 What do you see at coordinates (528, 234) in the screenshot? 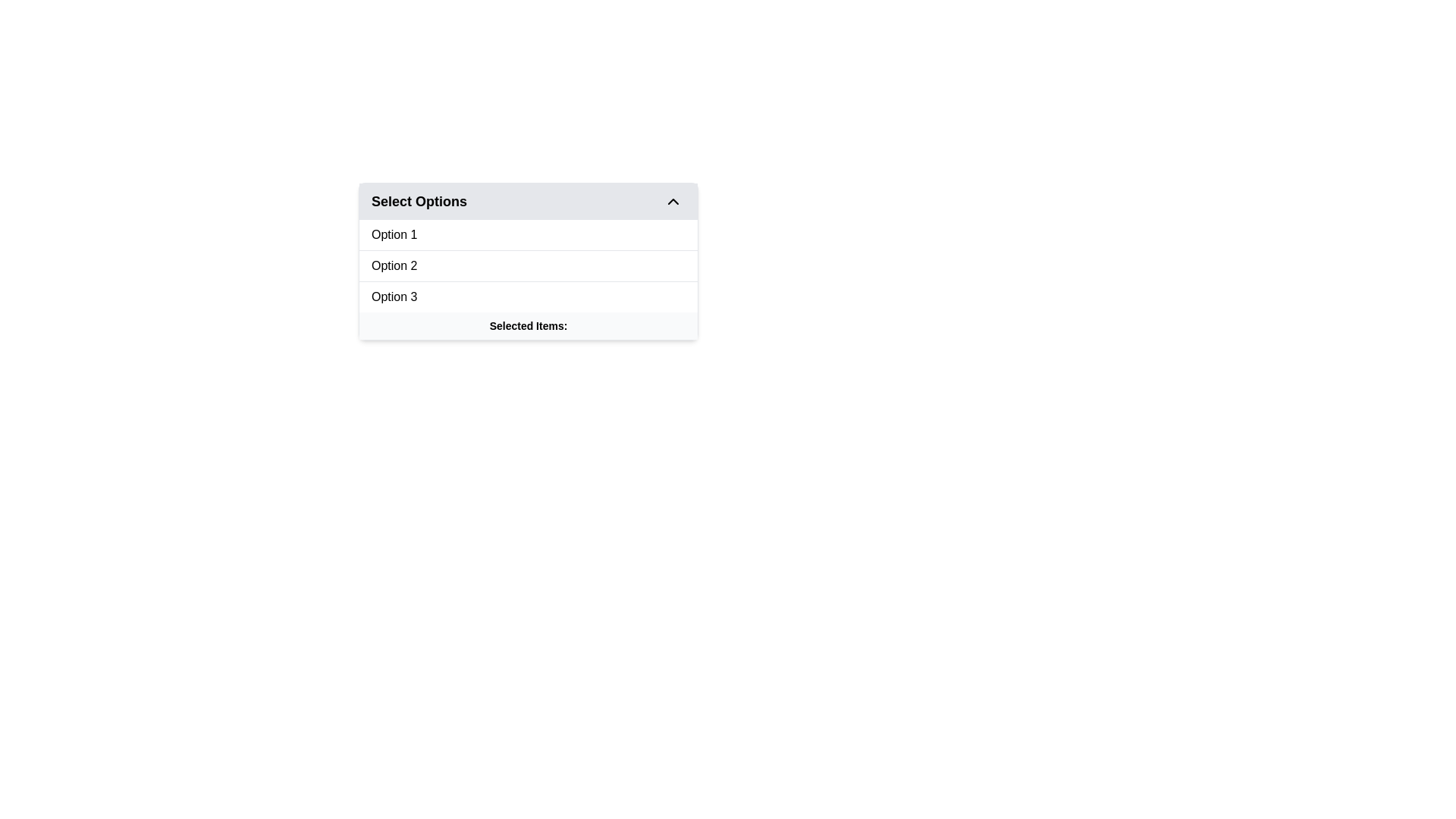
I see `the first option 'Option 1' in the dropdown menu` at bounding box center [528, 234].